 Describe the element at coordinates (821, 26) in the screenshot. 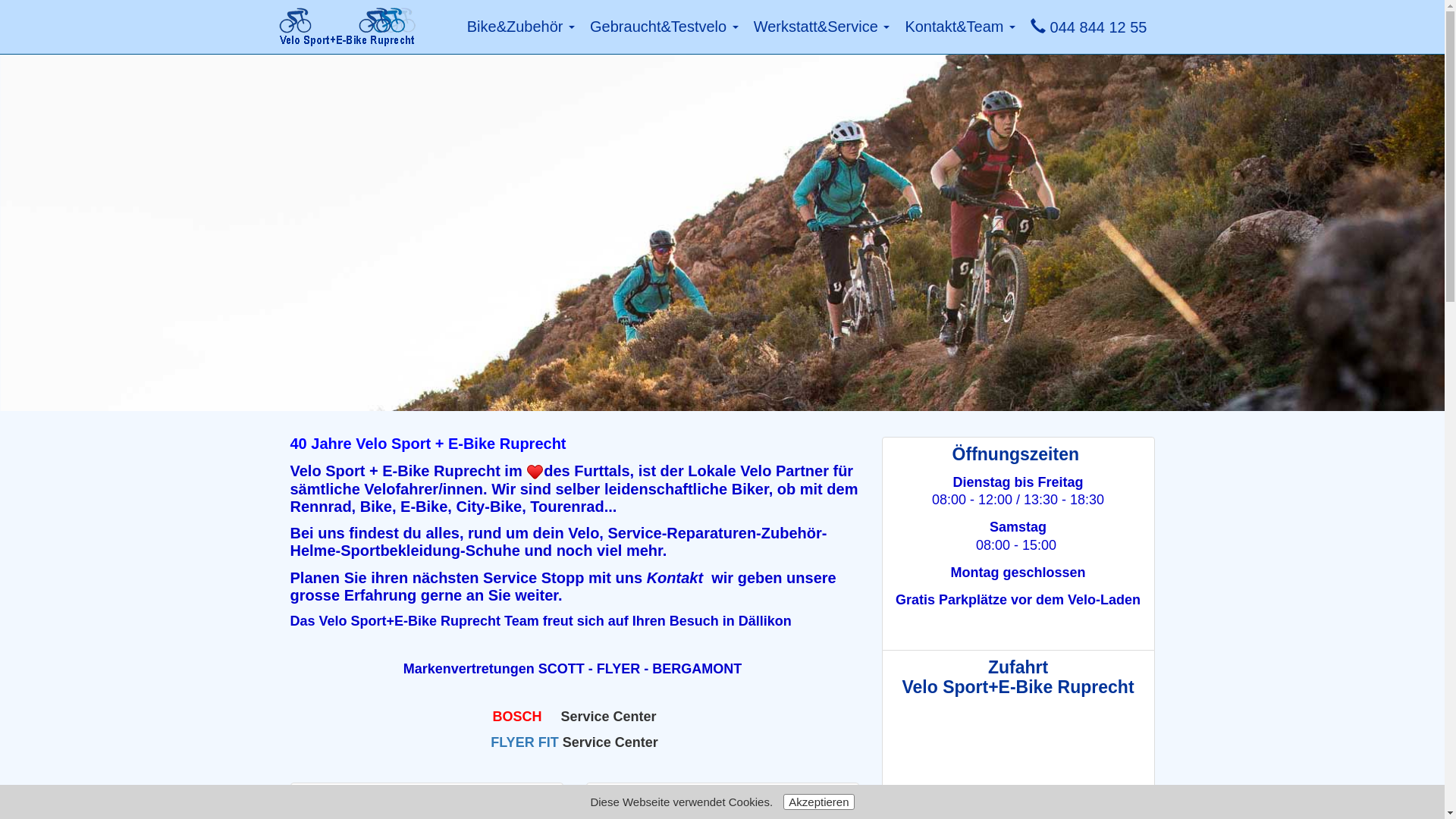

I see `'Werkstatt&Service'` at that location.